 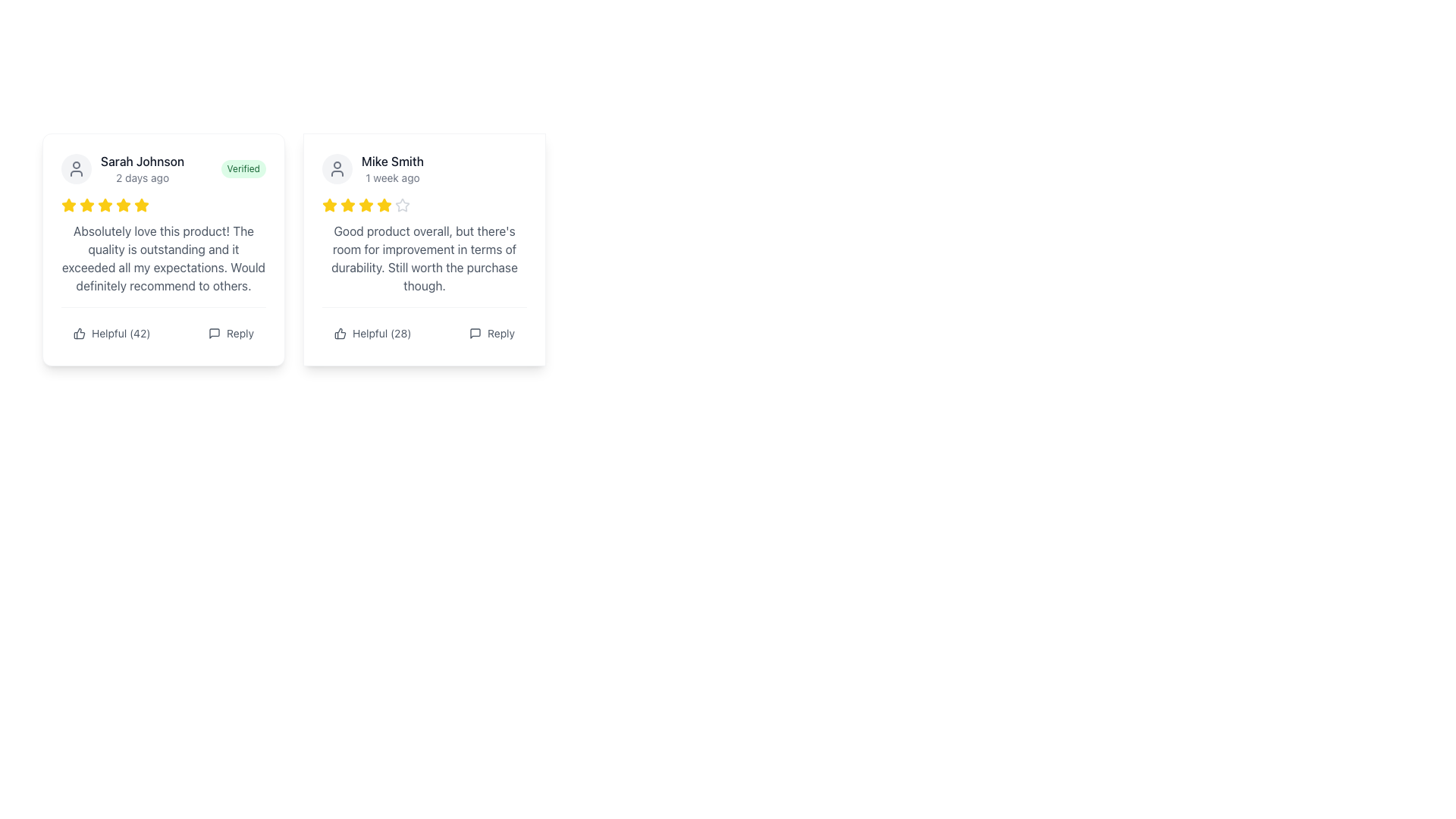 What do you see at coordinates (143, 169) in the screenshot?
I see `the Text display that shows the reviewer's name and the time elapsed since their review was posted, located at the top-left corner of the review card in the first column` at bounding box center [143, 169].